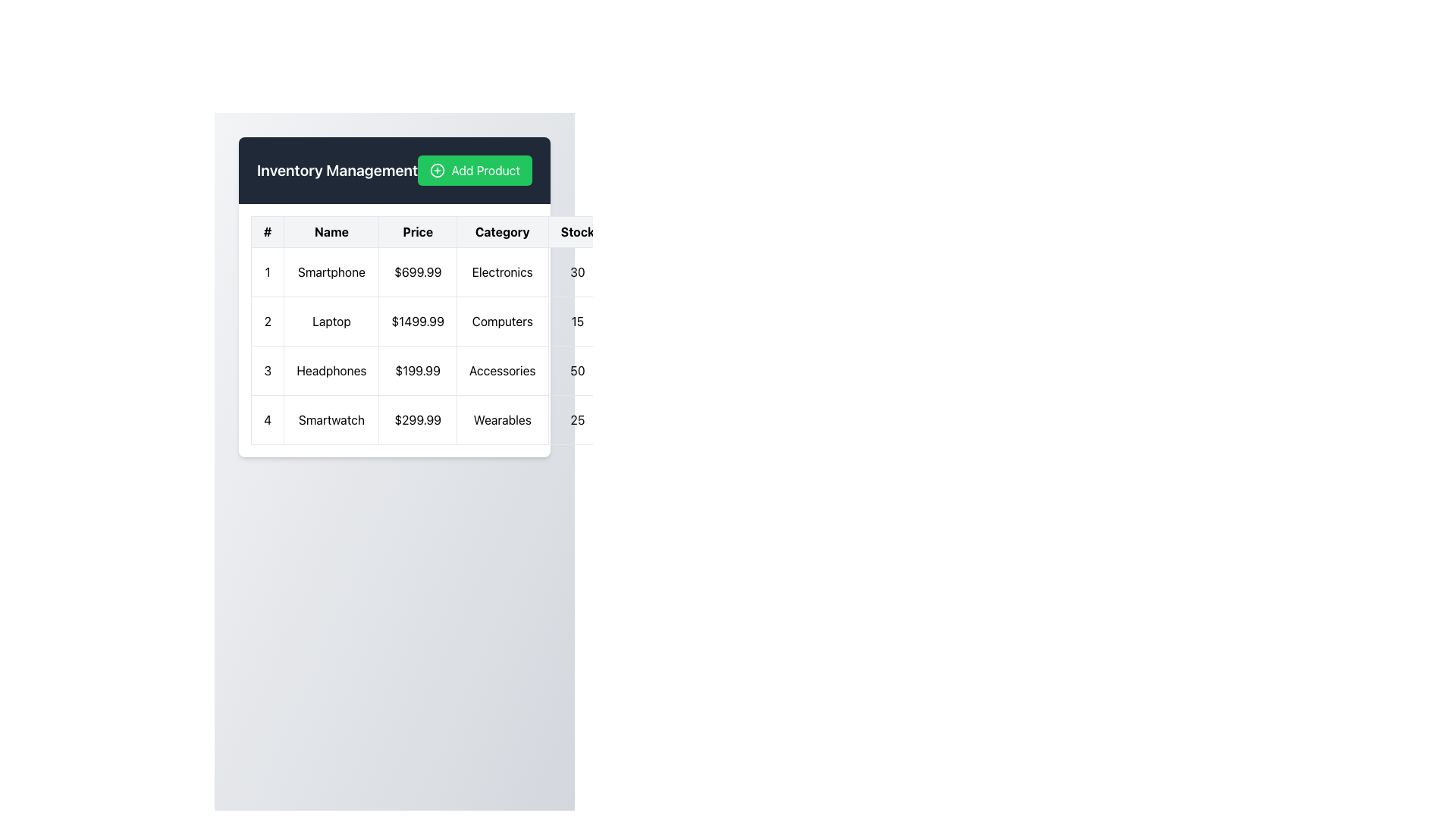 This screenshot has height=819, width=1456. What do you see at coordinates (576, 271) in the screenshot?
I see `the static text element displaying the stock quantity of the item 'Smartphone' in the inventory table, located in the fifth column of the first row` at bounding box center [576, 271].